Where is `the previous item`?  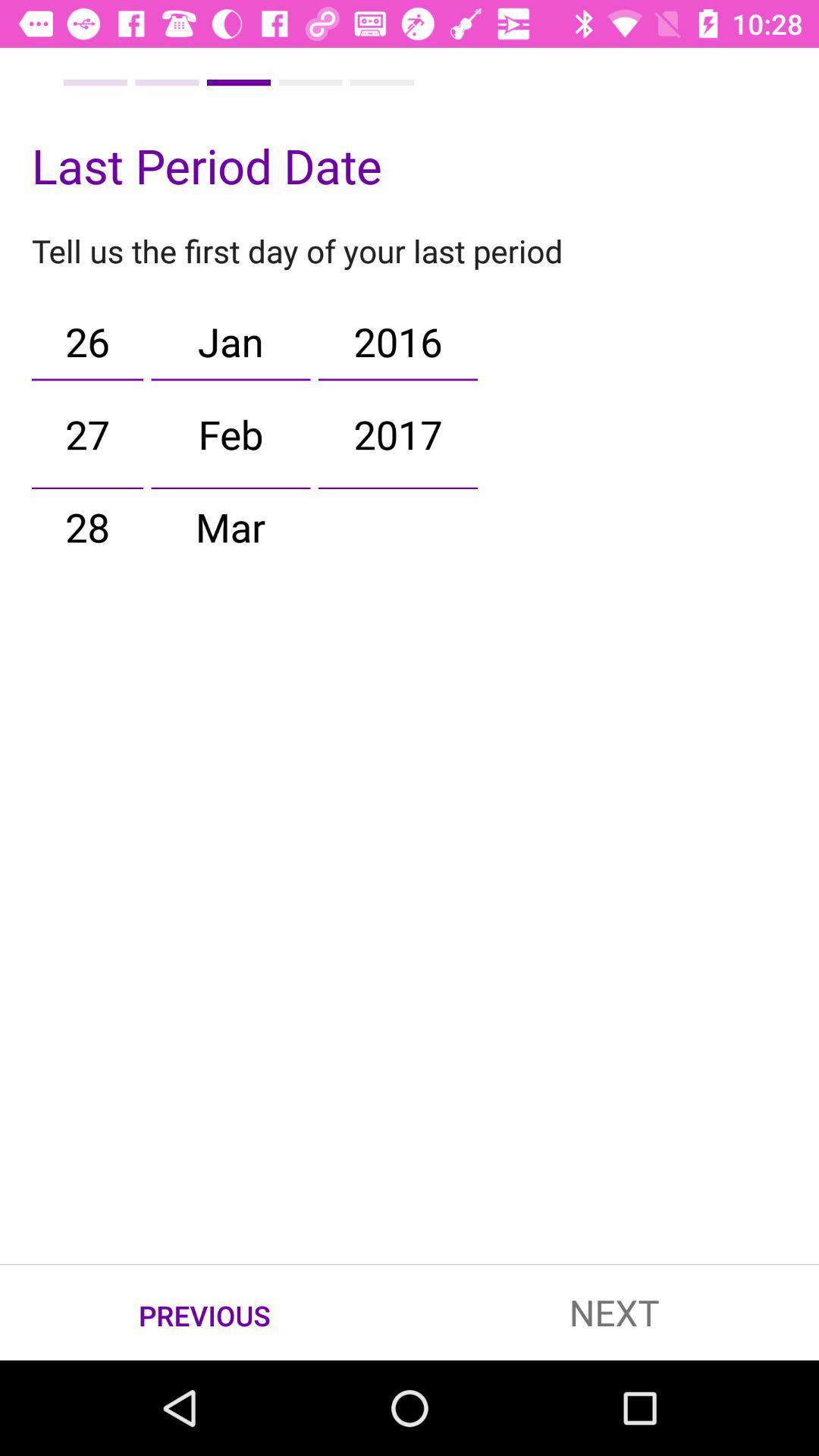
the previous item is located at coordinates (205, 1313).